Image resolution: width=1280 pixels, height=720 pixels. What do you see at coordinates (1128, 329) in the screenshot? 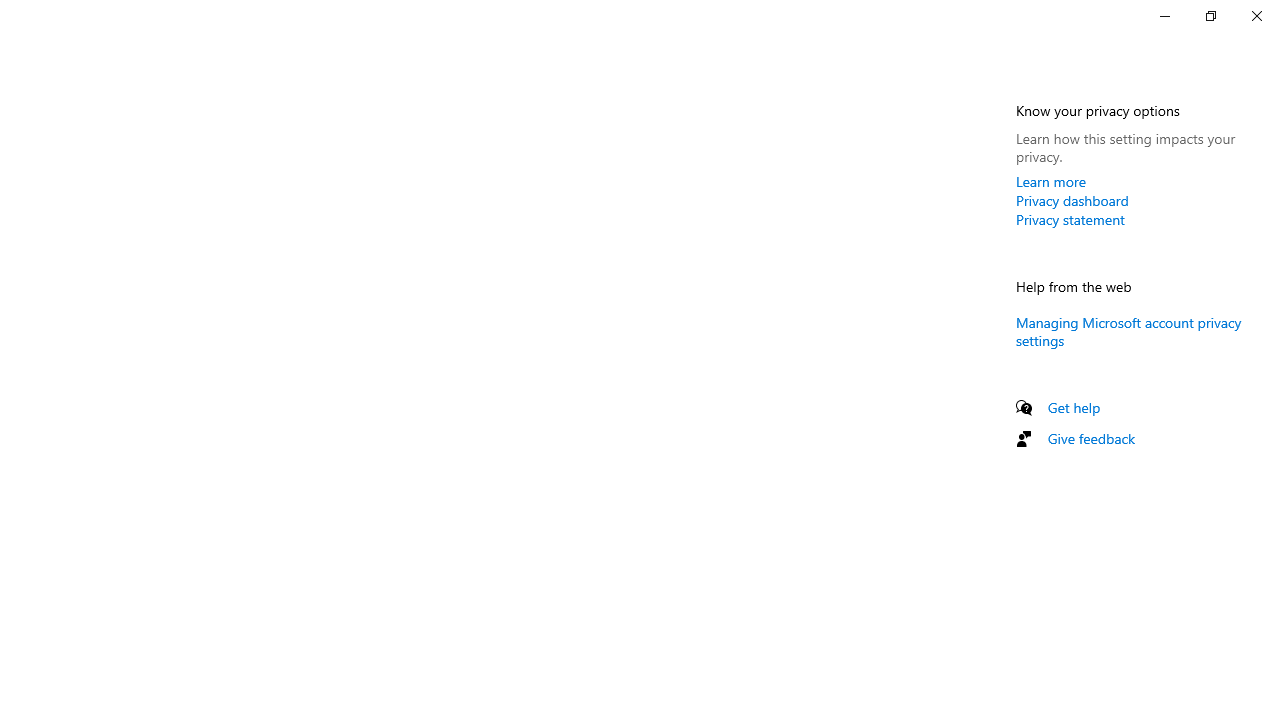
I see `'Managing Microsoft account privacy settings'` at bounding box center [1128, 329].